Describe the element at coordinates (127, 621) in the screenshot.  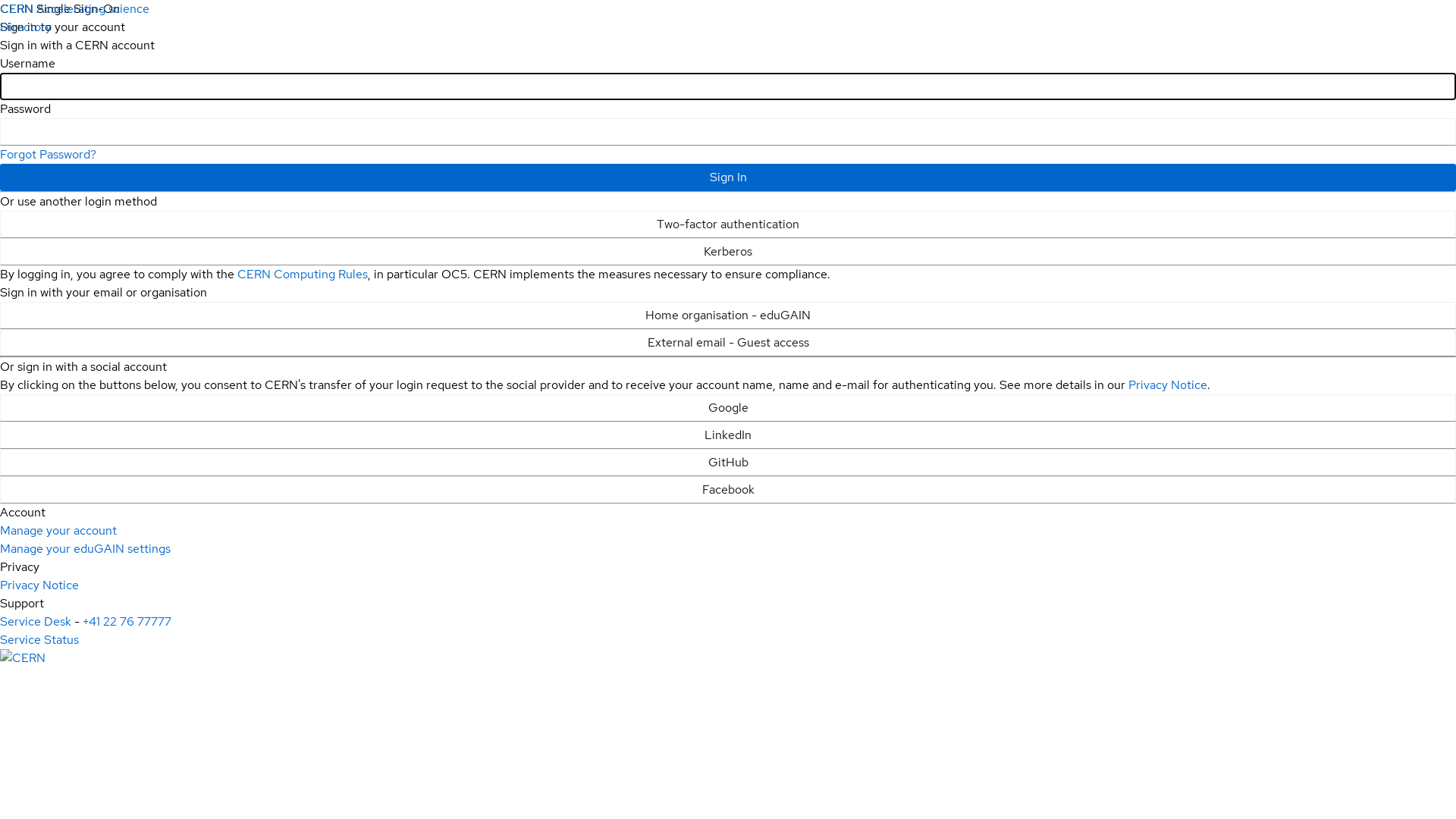
I see `'+41 22 76 77777'` at that location.